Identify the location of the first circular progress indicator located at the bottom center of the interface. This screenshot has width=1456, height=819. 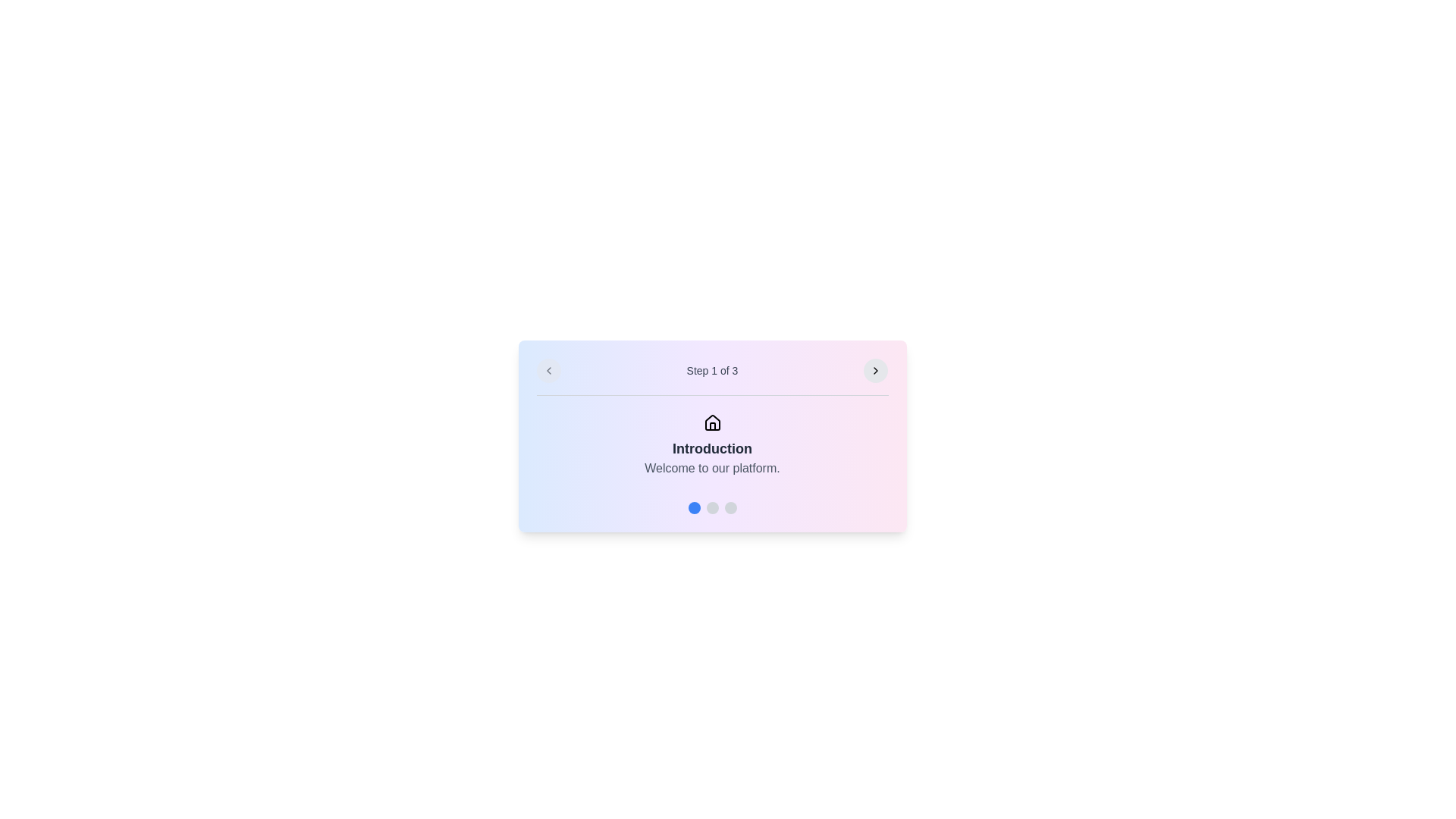
(693, 508).